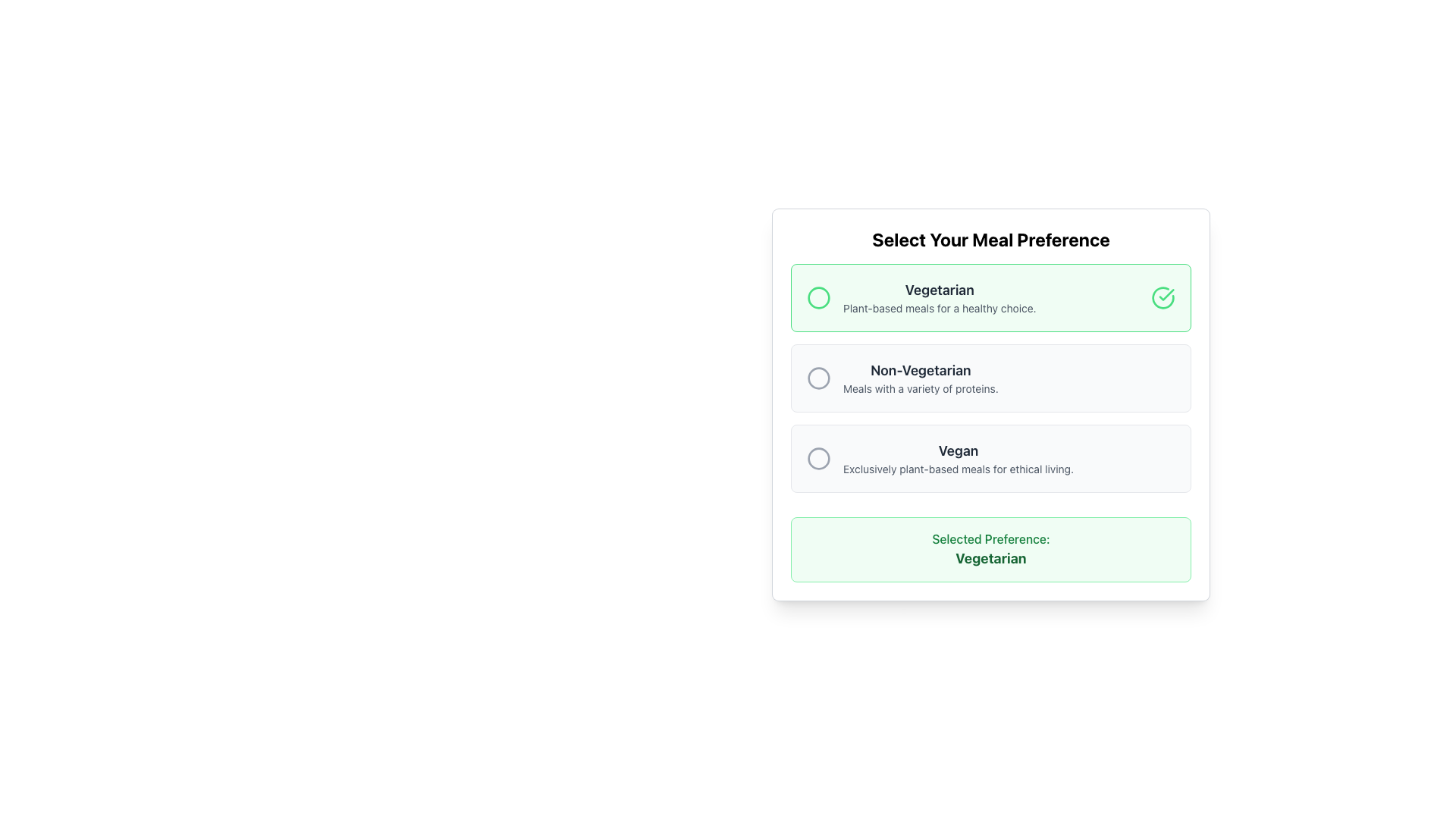 Image resolution: width=1456 pixels, height=819 pixels. What do you see at coordinates (990, 558) in the screenshot?
I see `the label that indicates the current meal preference selection, located under the 'Selected Preference:' section` at bounding box center [990, 558].